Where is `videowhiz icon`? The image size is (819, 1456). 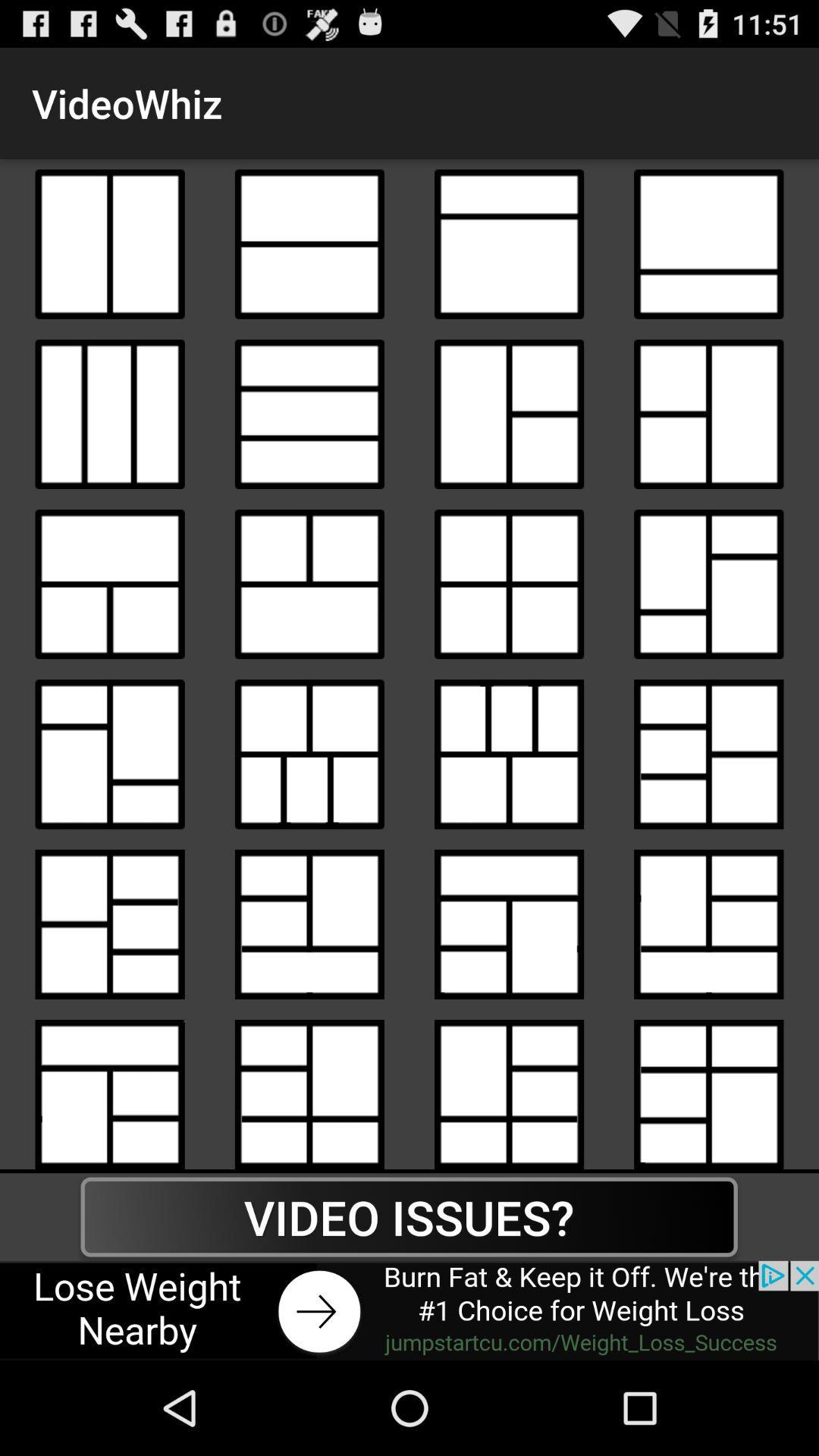
videowhiz icon is located at coordinates (509, 1088).